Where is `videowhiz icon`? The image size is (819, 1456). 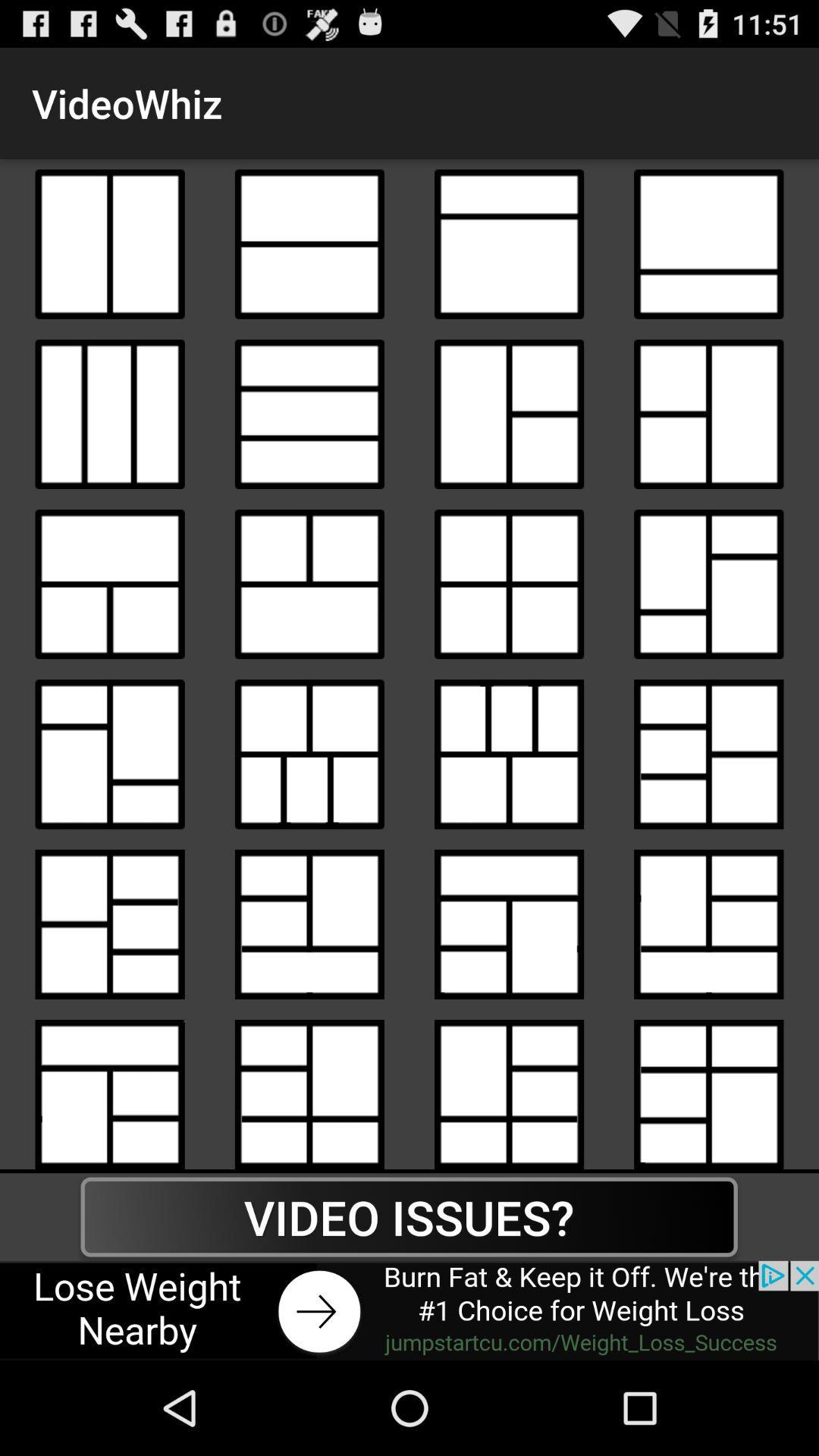
videowhiz icon is located at coordinates (509, 1088).